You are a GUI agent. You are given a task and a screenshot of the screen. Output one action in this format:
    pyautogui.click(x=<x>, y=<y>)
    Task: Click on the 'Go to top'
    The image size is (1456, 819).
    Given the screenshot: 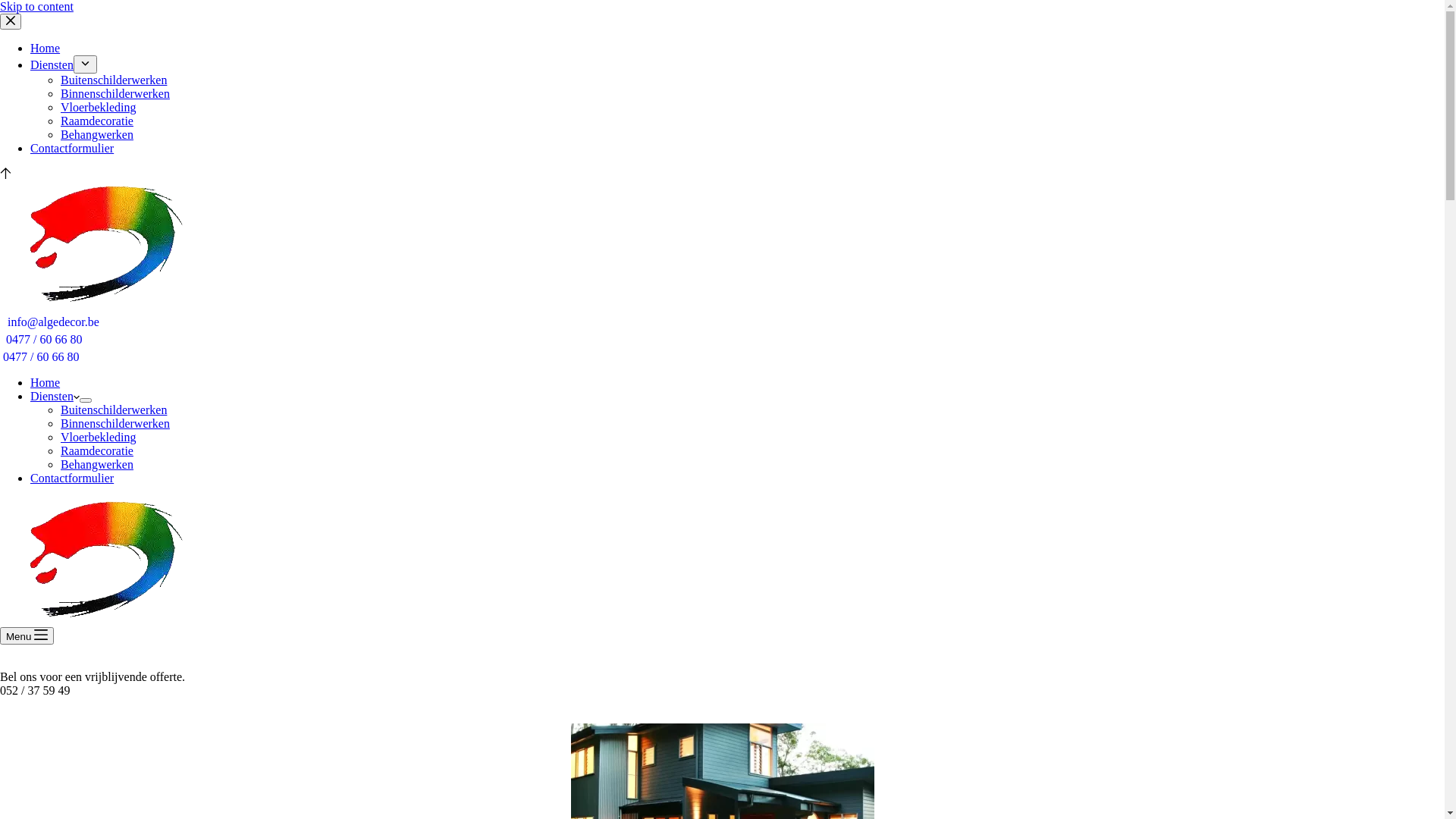 What is the action you would take?
    pyautogui.click(x=5, y=174)
    